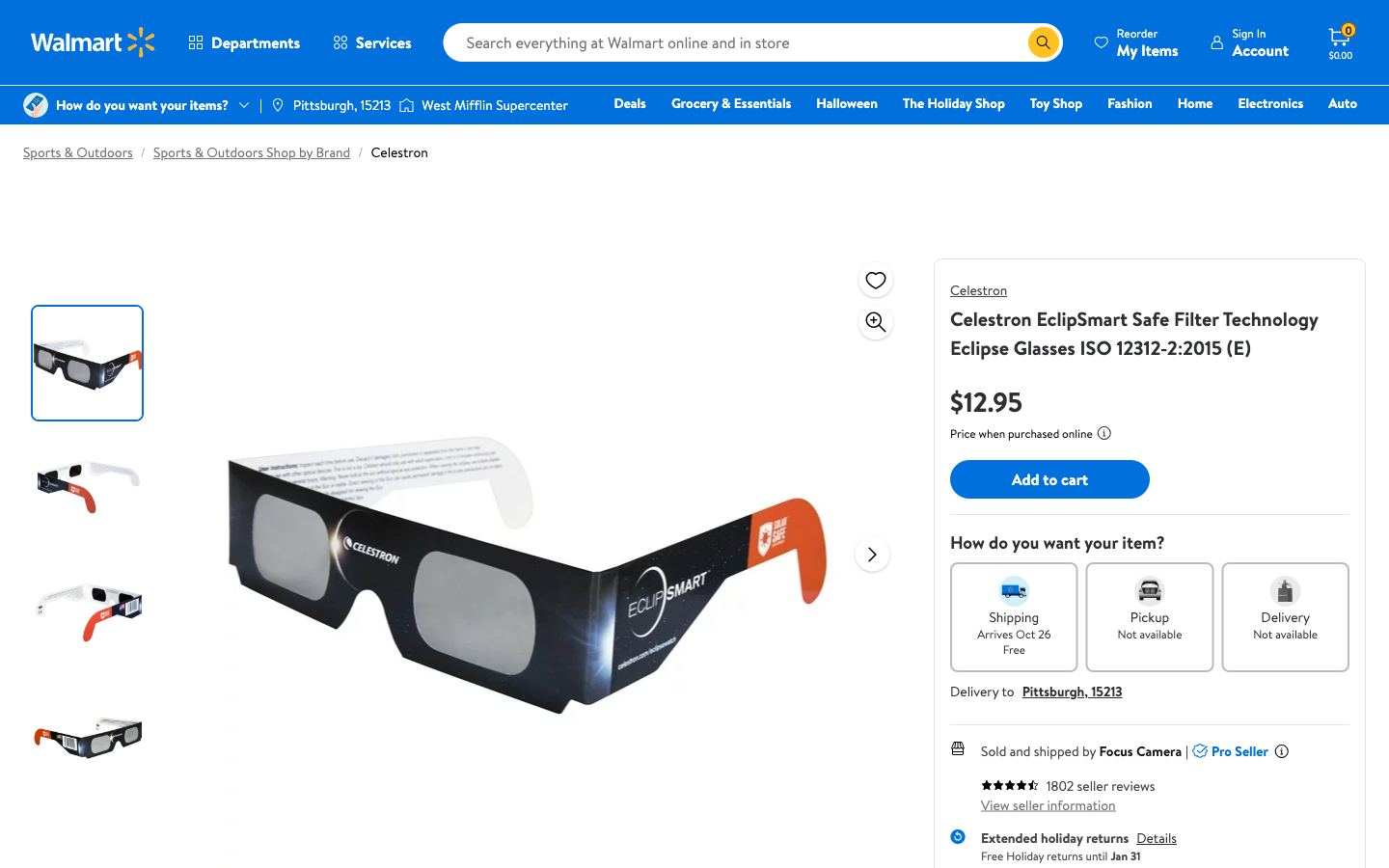  Describe the element at coordinates (872, 554) in the screenshot. I see `Browse through various images of the product` at that location.